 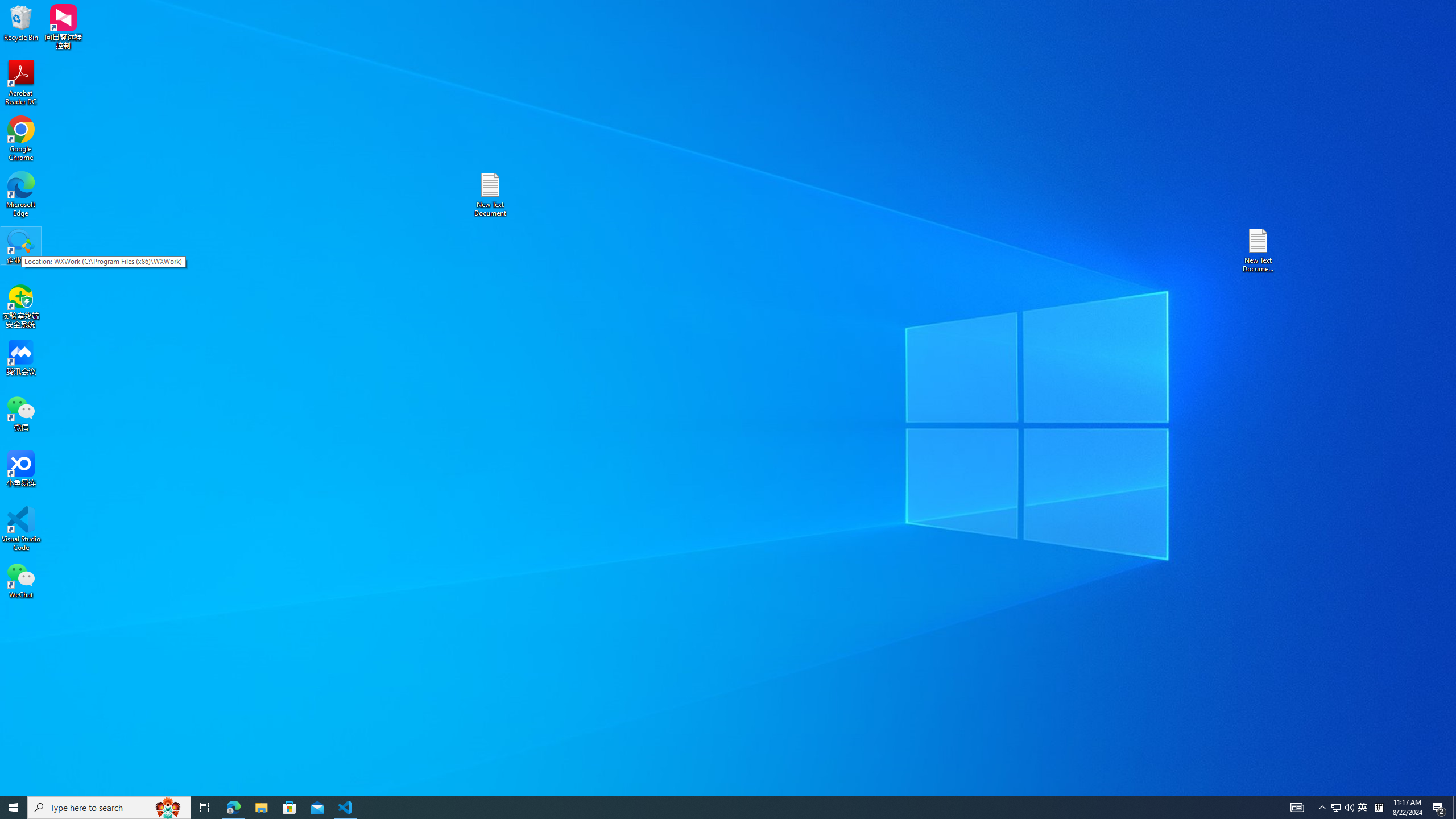 I want to click on 'Action Center, 2 new notifications', so click(x=1363, y=806).